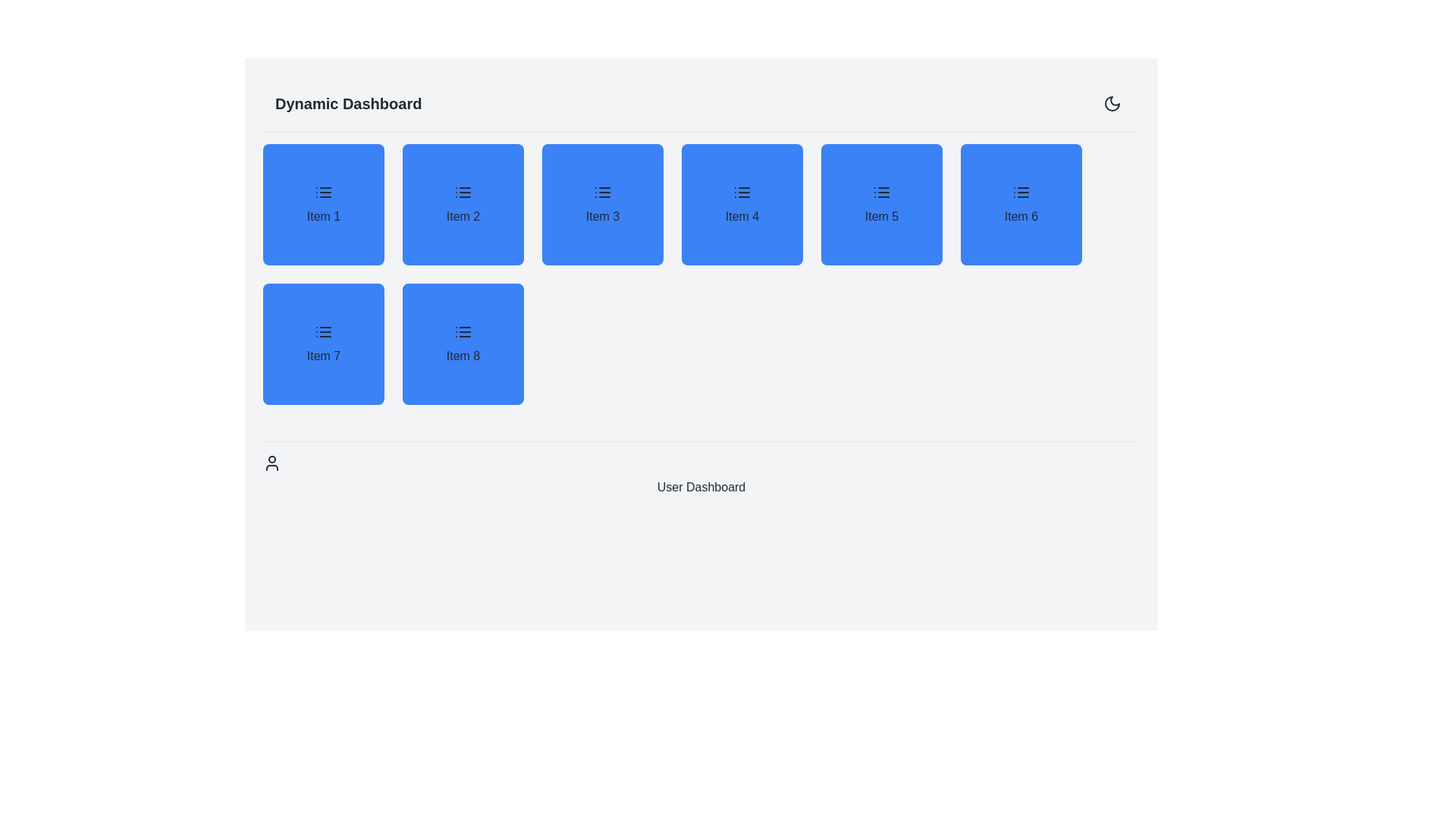  Describe the element at coordinates (742, 192) in the screenshot. I see `the graphical icon resembling a list indicator located in the blue card labeled 'Item 4'` at that location.